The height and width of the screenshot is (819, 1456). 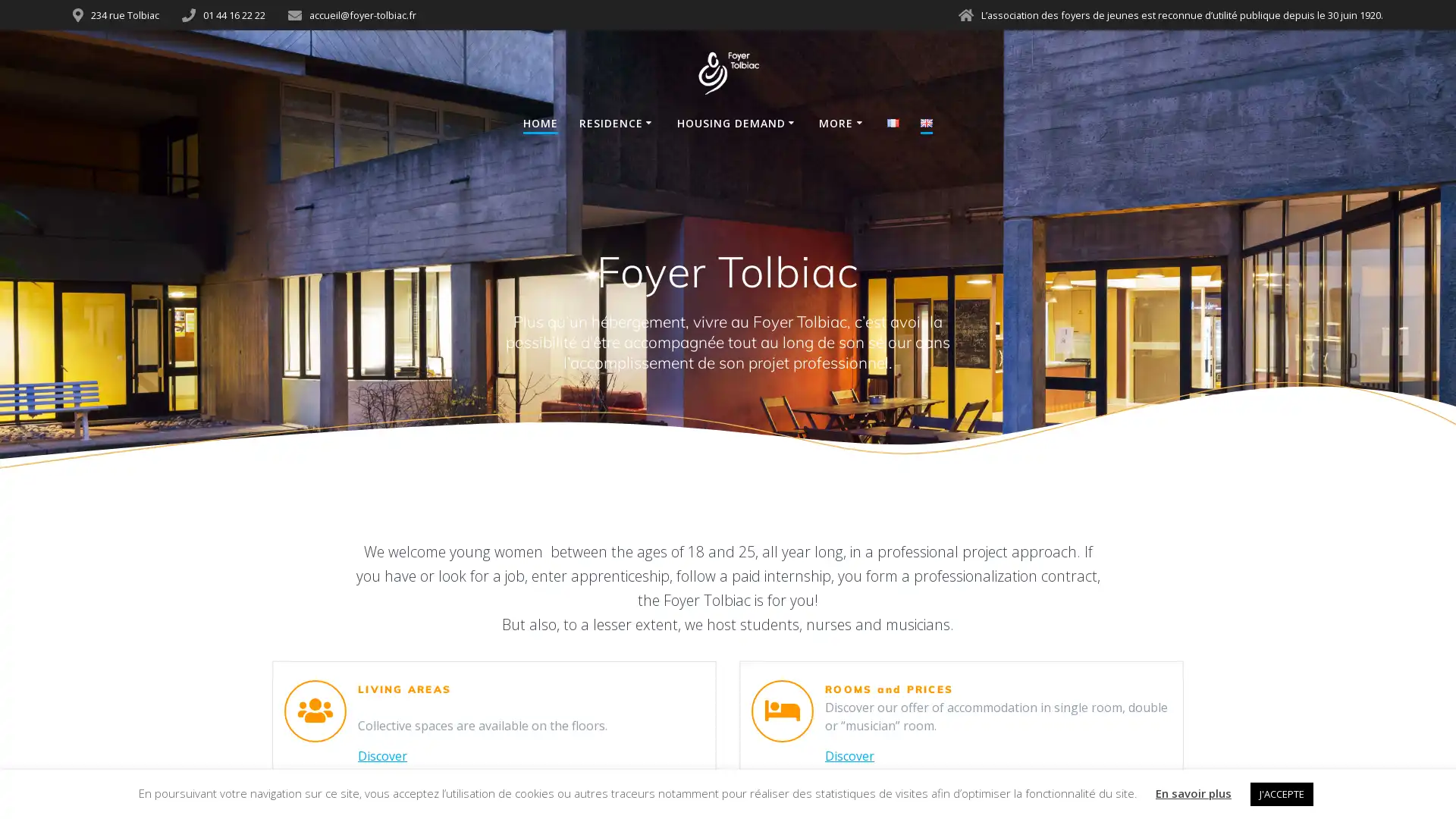 I want to click on J'ACCEPTE, so click(x=1281, y=793).